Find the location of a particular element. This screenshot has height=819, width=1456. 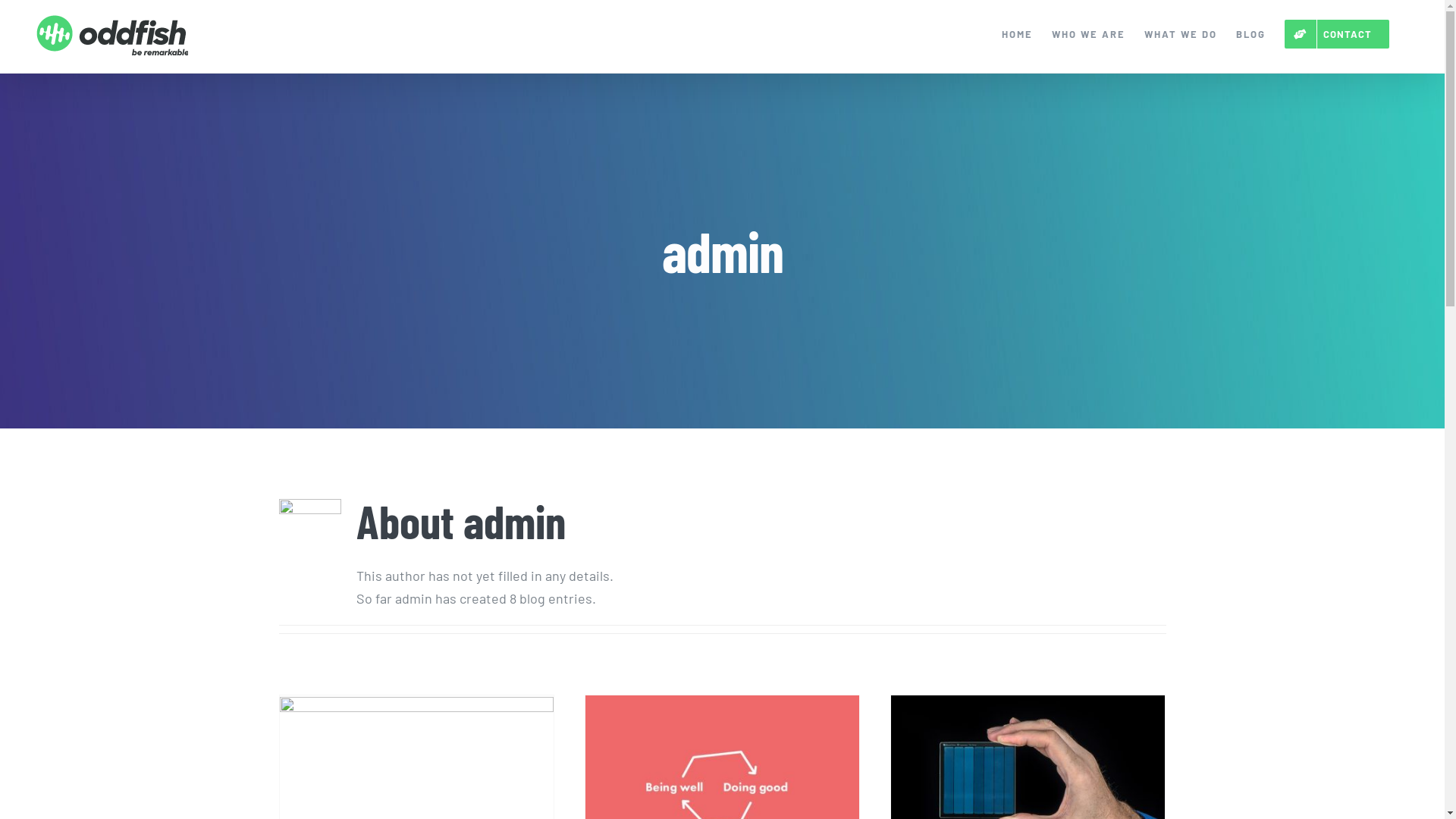

'WHAT WE DO' is located at coordinates (1179, 34).